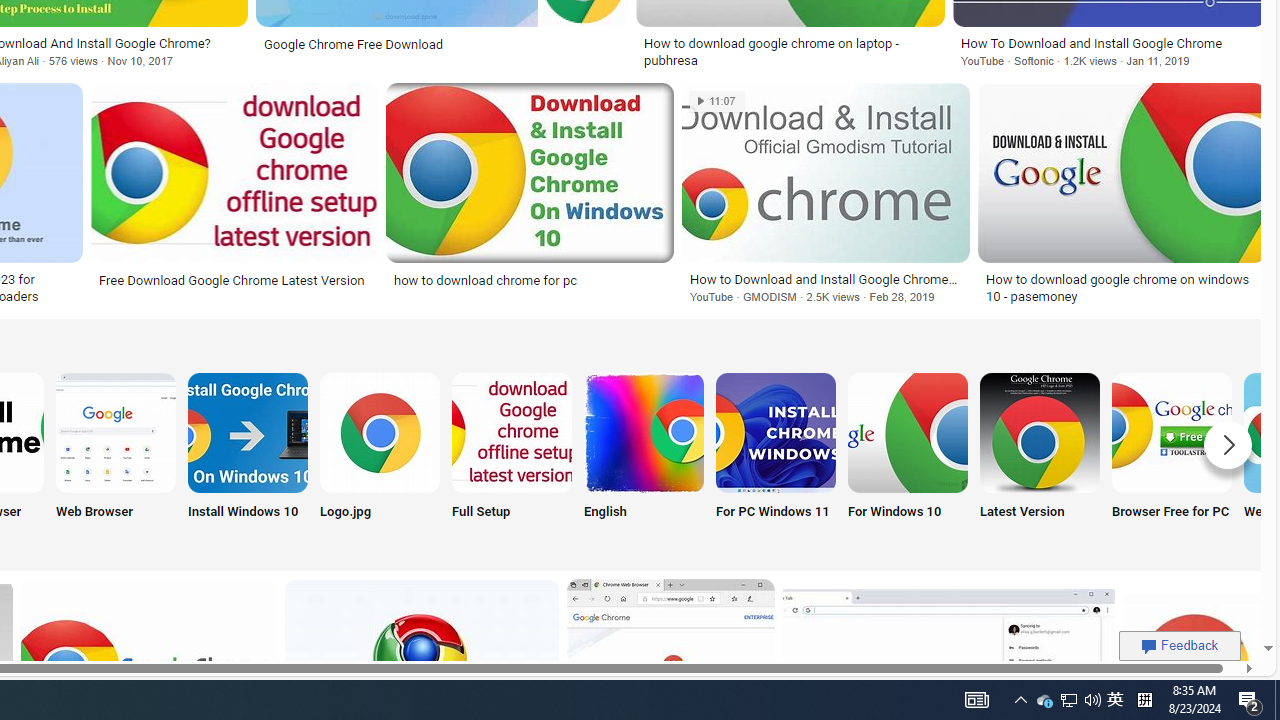 The image size is (1280, 720). What do you see at coordinates (485, 279) in the screenshot?
I see `'how to download chrome for pc'` at bounding box center [485, 279].